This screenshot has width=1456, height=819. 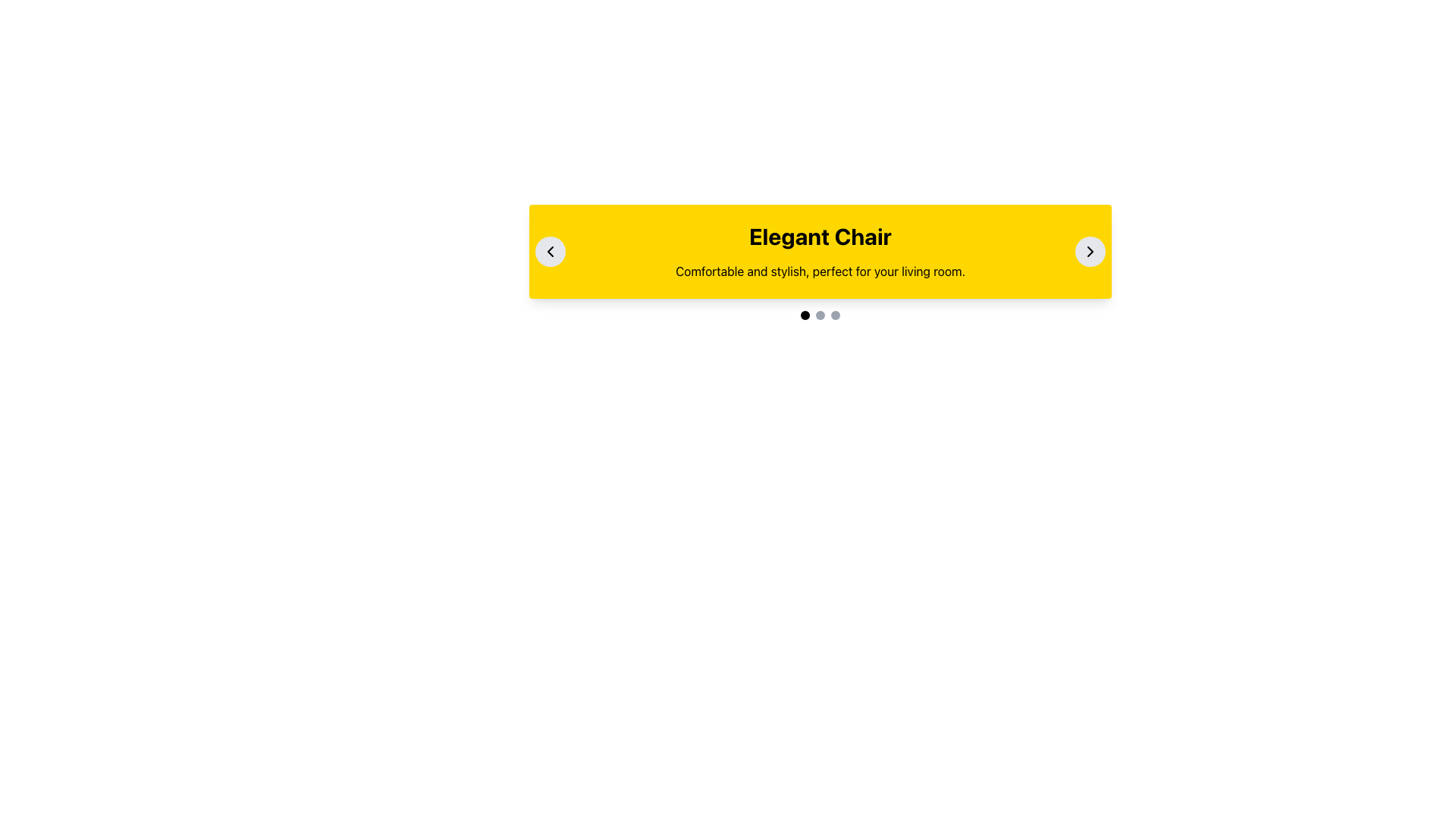 I want to click on the pagination indicator consisting of three circular indicators, where the first black circle indicates the active state, for keyboard navigation, so click(x=819, y=315).